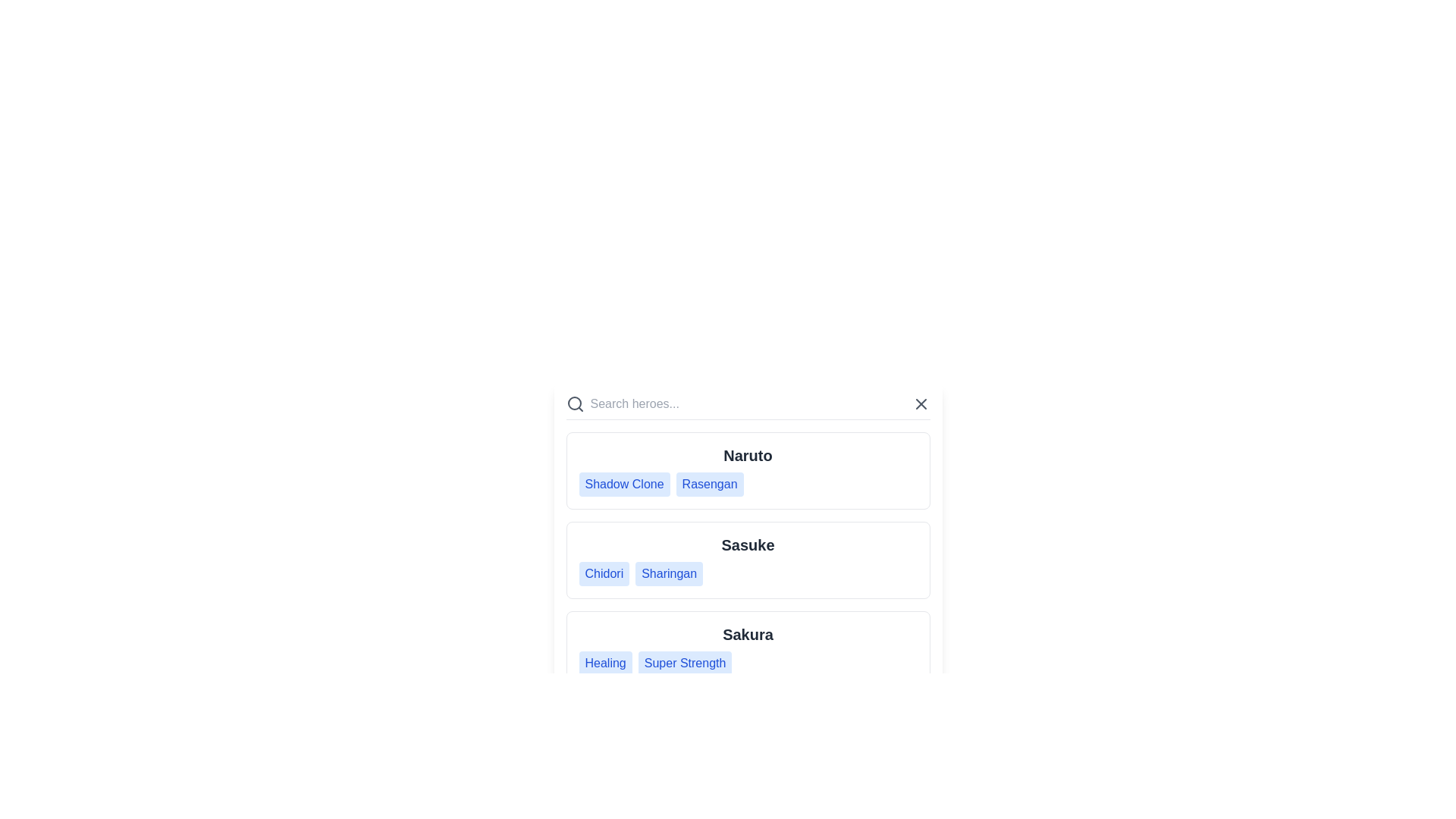  What do you see at coordinates (624, 485) in the screenshot?
I see `the button labeled 'Shadow Clone', which is the first selectable option under the title 'Naruto'` at bounding box center [624, 485].